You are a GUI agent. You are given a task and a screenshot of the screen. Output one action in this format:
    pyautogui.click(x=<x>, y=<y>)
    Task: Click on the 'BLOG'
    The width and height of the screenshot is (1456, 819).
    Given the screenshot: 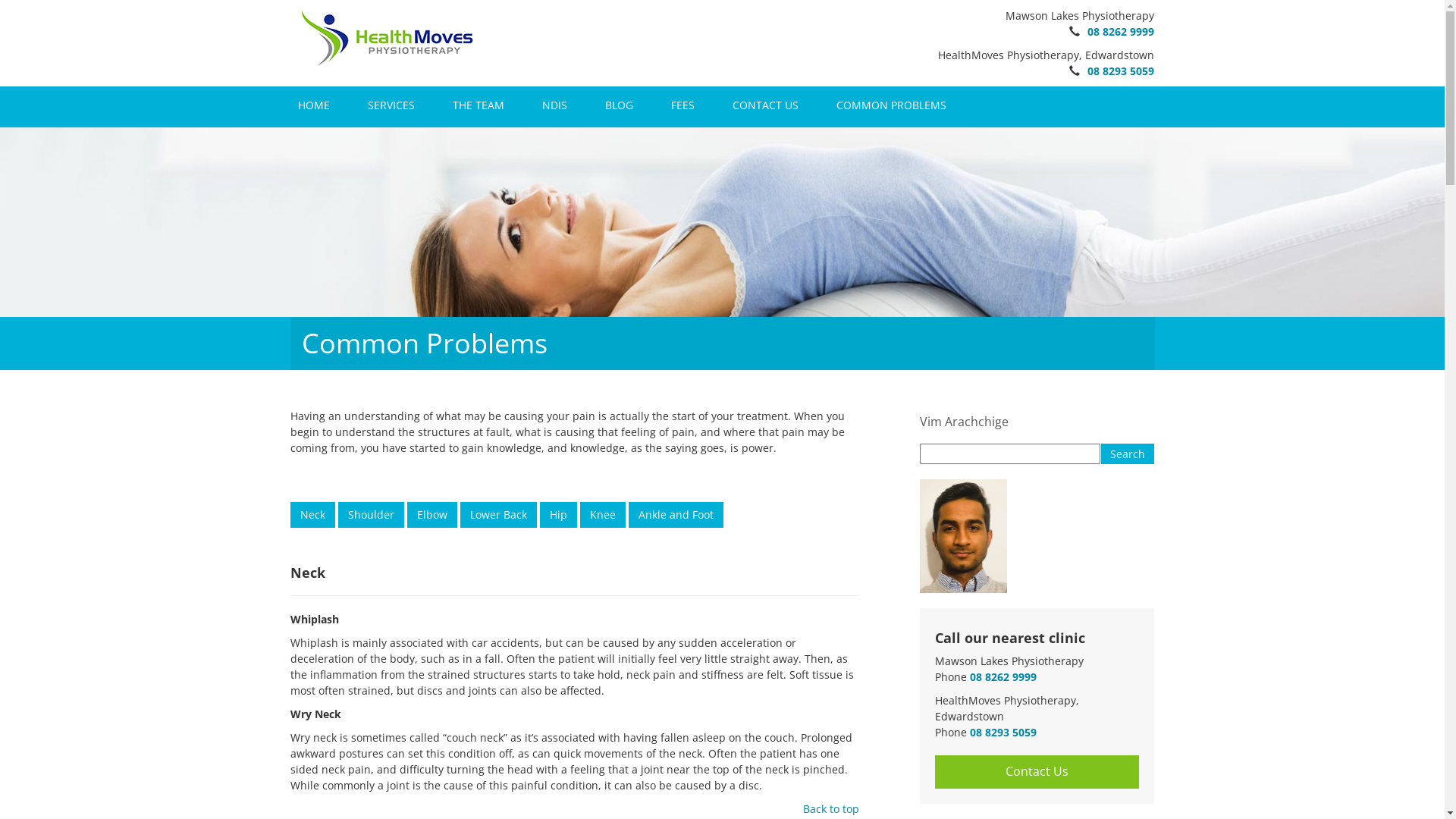 What is the action you would take?
    pyautogui.click(x=619, y=104)
    